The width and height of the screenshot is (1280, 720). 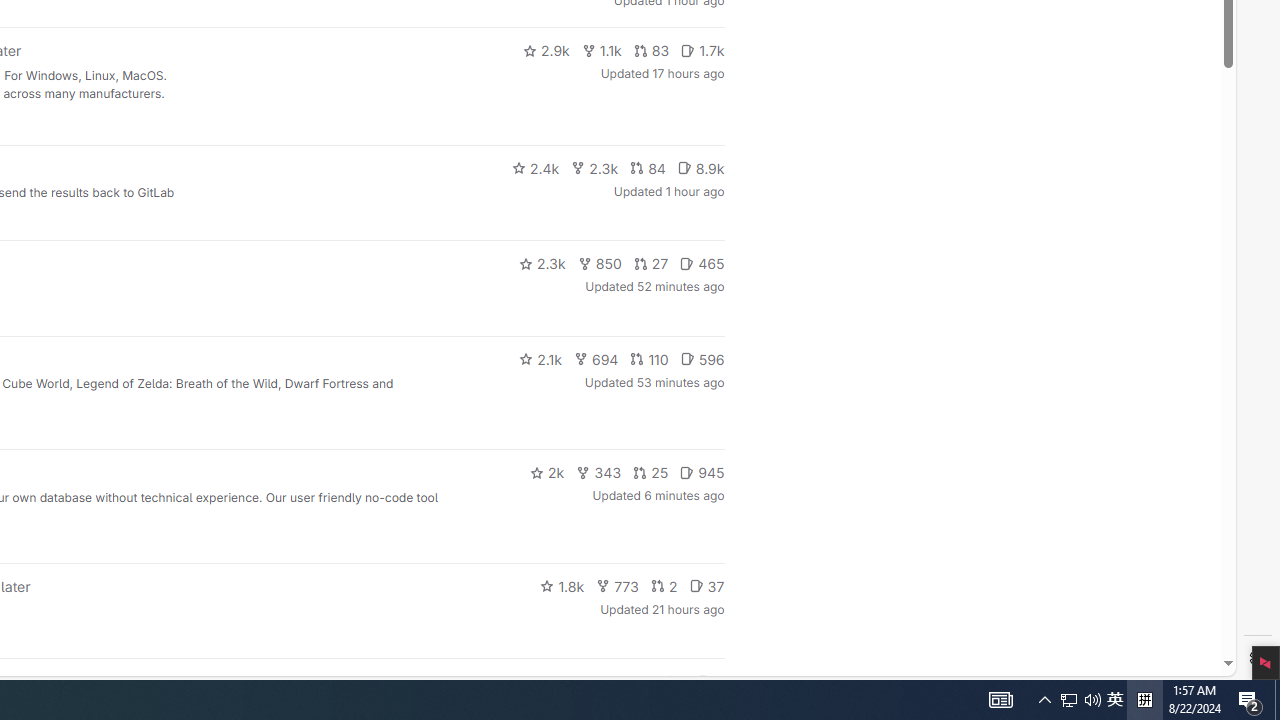 What do you see at coordinates (702, 262) in the screenshot?
I see `'465'` at bounding box center [702, 262].